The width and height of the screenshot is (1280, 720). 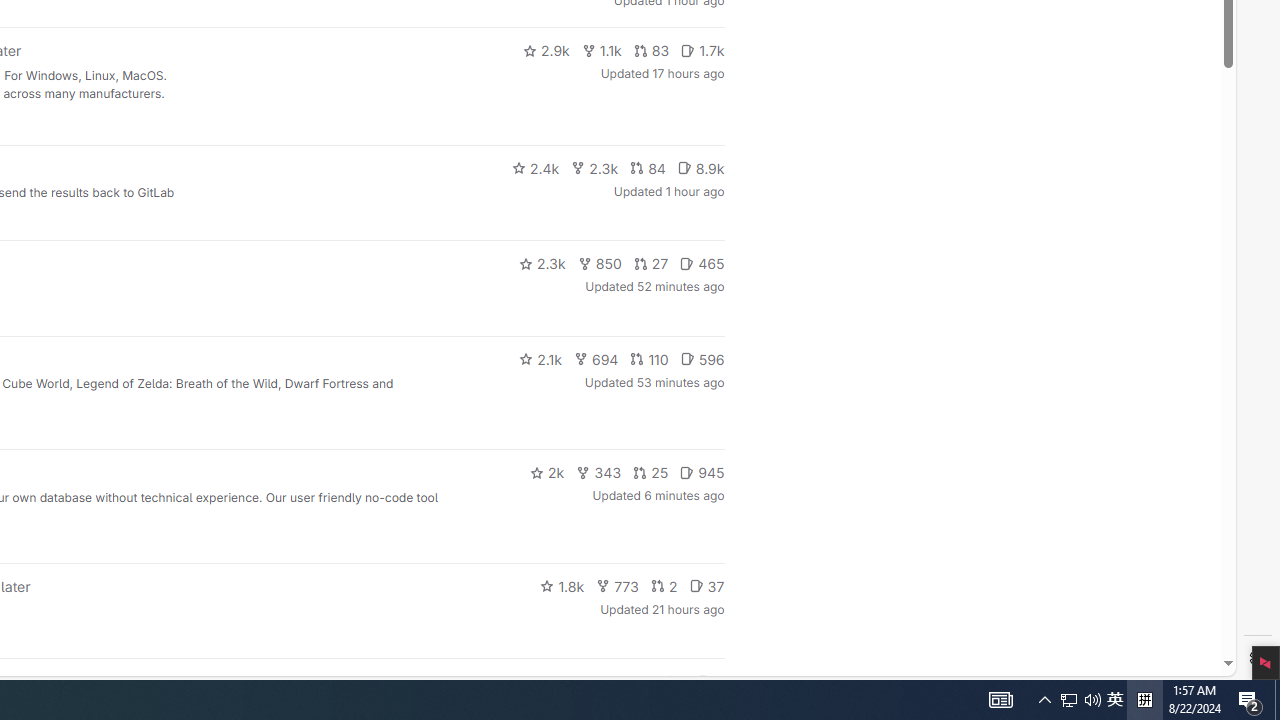 What do you see at coordinates (702, 262) in the screenshot?
I see `'465'` at bounding box center [702, 262].